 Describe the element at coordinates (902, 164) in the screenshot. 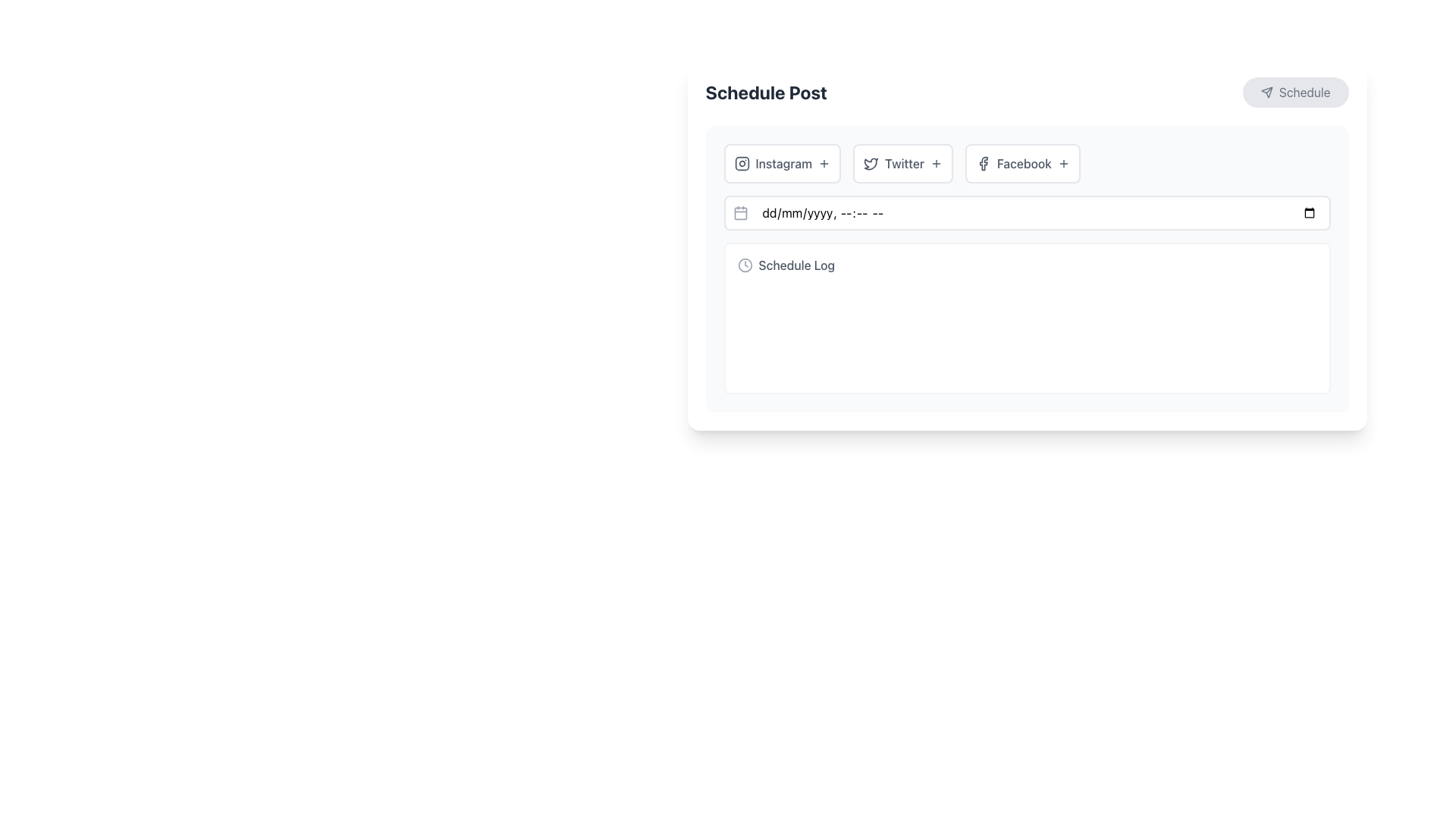

I see `the Twitter button located in the middle section of the horizontal row, specifically the second button from the left, to initiate a Twitter-related interaction` at that location.